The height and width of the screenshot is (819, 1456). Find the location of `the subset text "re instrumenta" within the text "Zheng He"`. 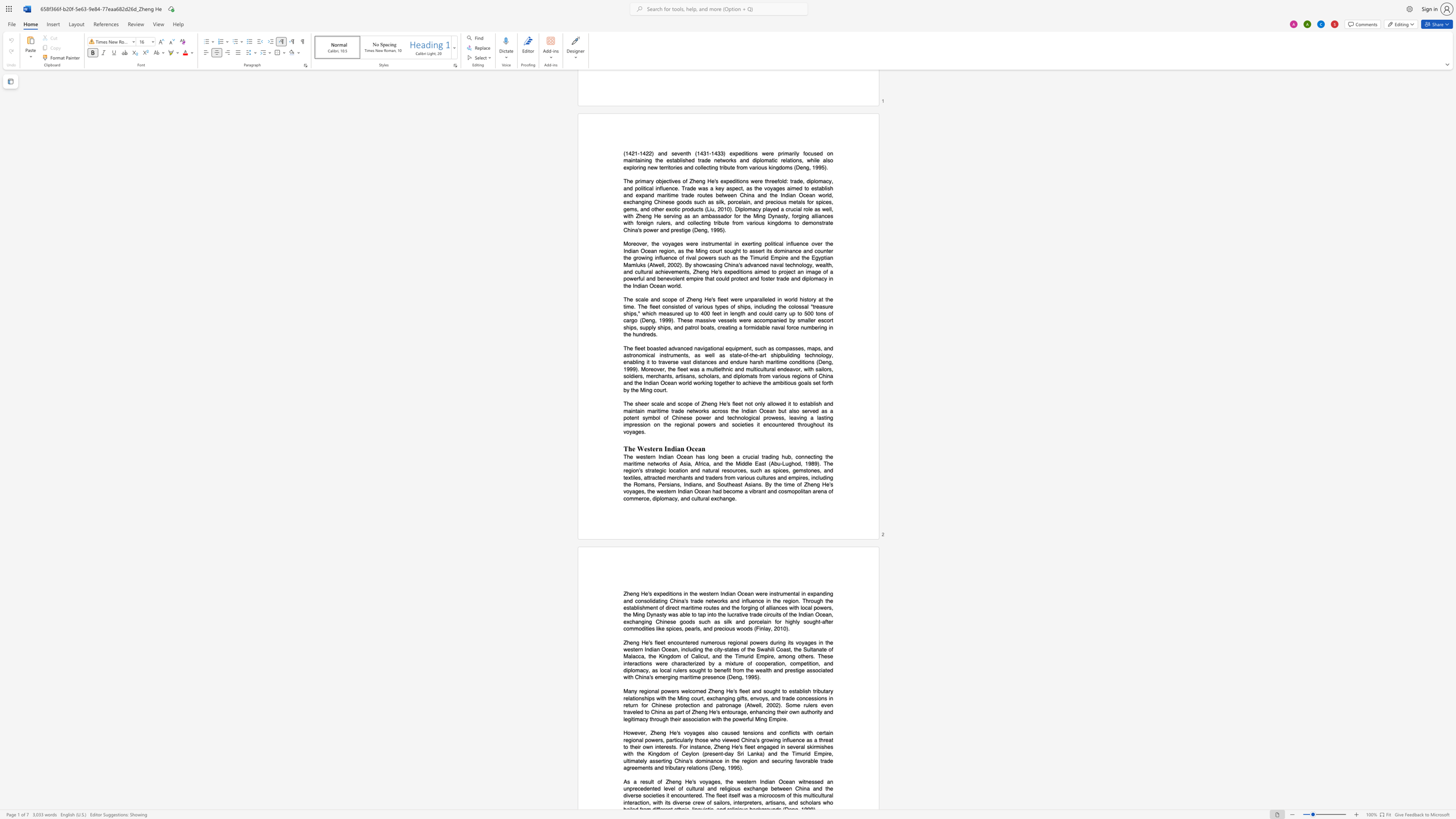

the subset text "re instrumenta" within the text "Zheng He" is located at coordinates (762, 593).